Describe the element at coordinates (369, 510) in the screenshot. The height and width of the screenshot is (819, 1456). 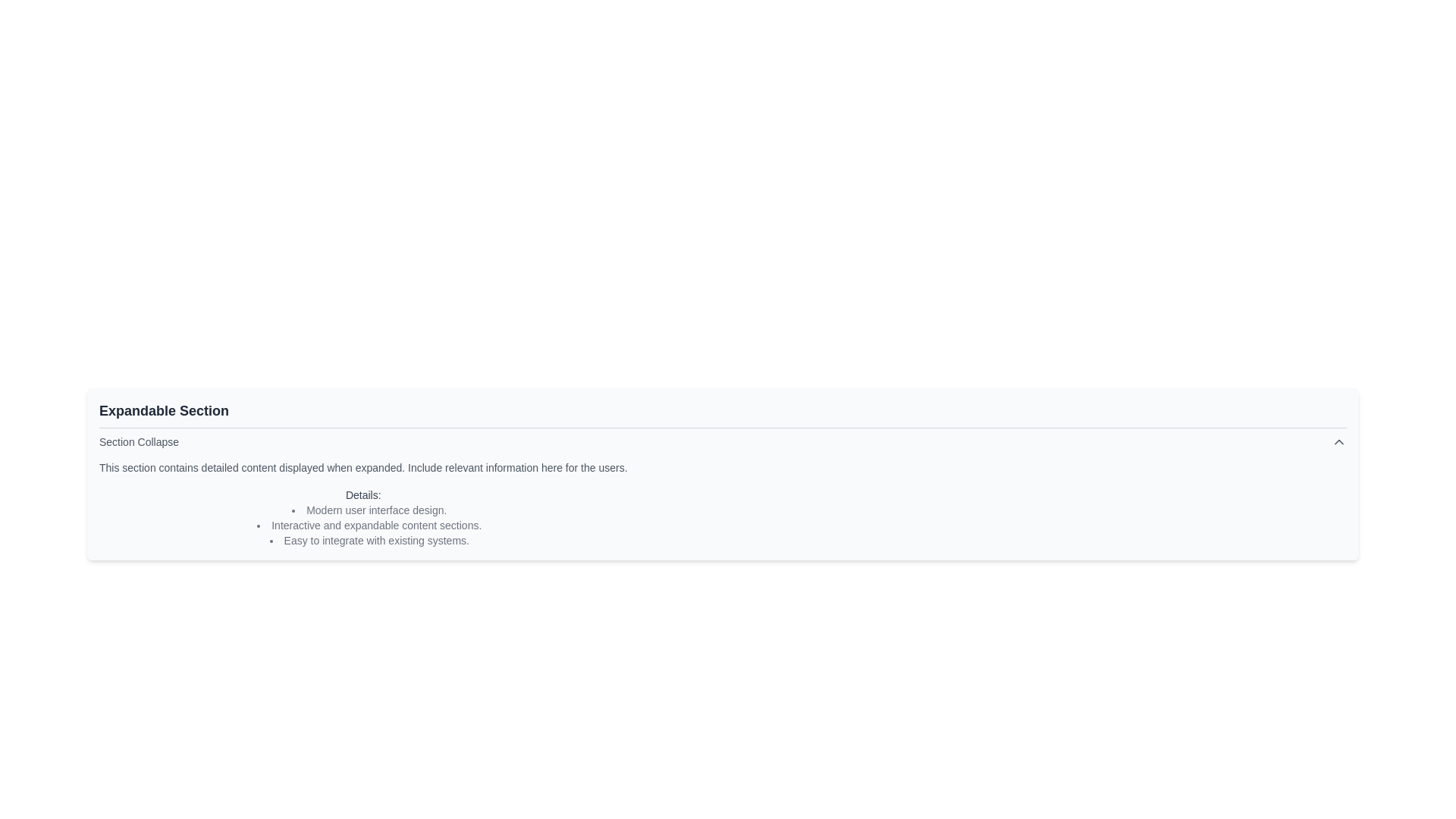
I see `the first list item in the 'Details:' section that describes 'Modern user interface design.'` at that location.